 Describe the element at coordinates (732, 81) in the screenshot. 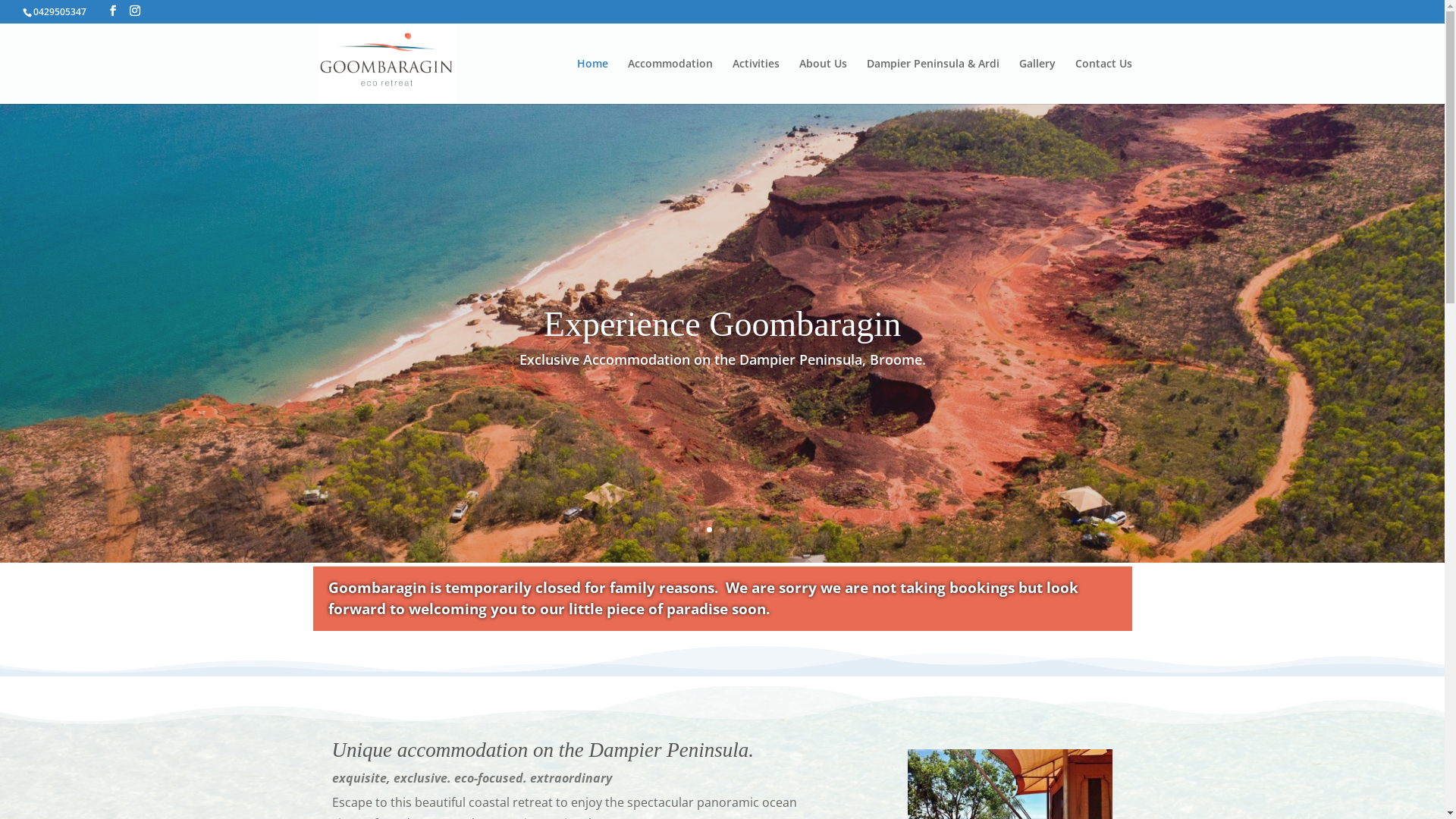

I see `'Activities'` at that location.